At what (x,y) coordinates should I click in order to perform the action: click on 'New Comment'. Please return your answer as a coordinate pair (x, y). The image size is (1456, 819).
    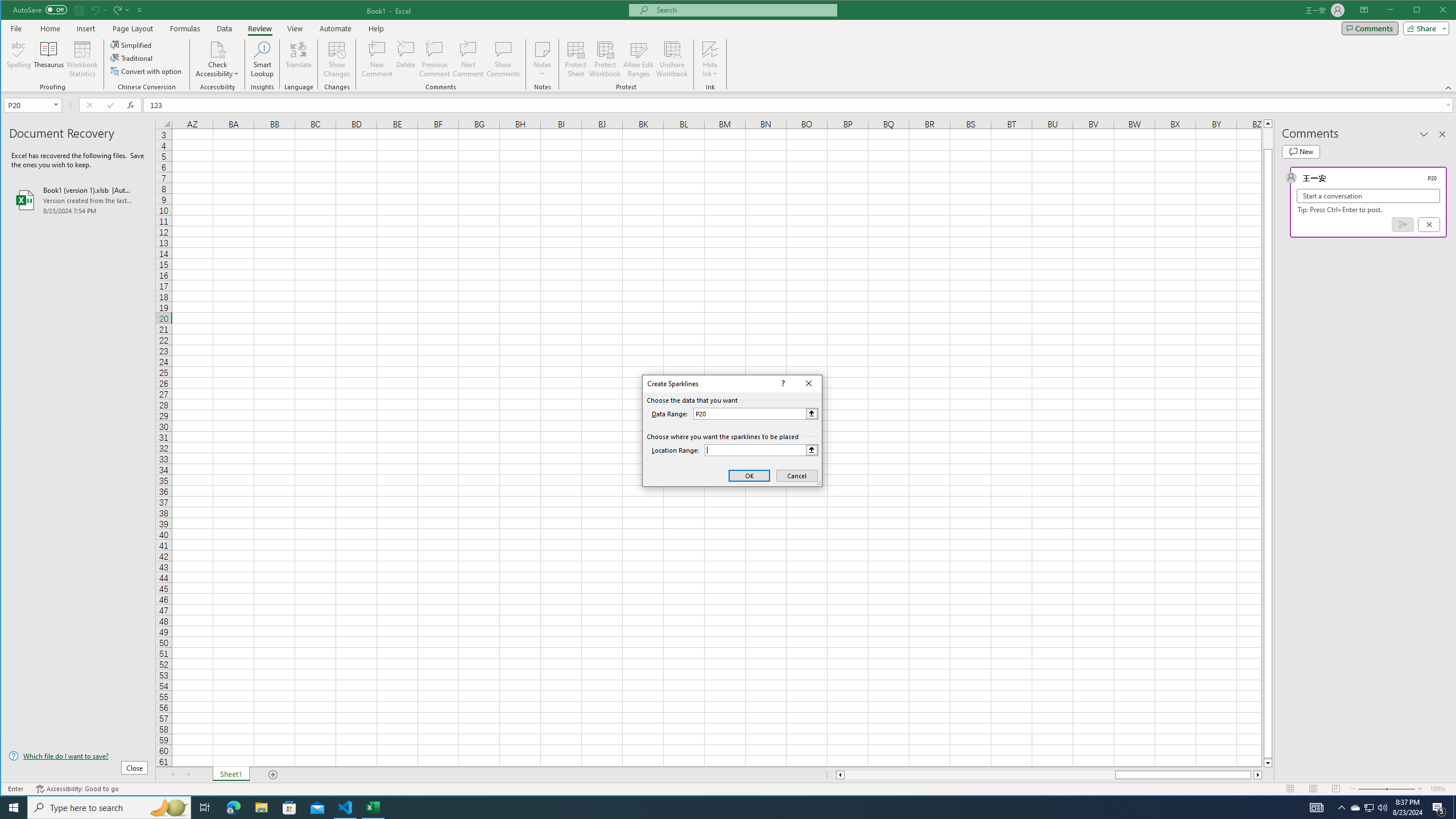
    Looking at the image, I should click on (378, 59).